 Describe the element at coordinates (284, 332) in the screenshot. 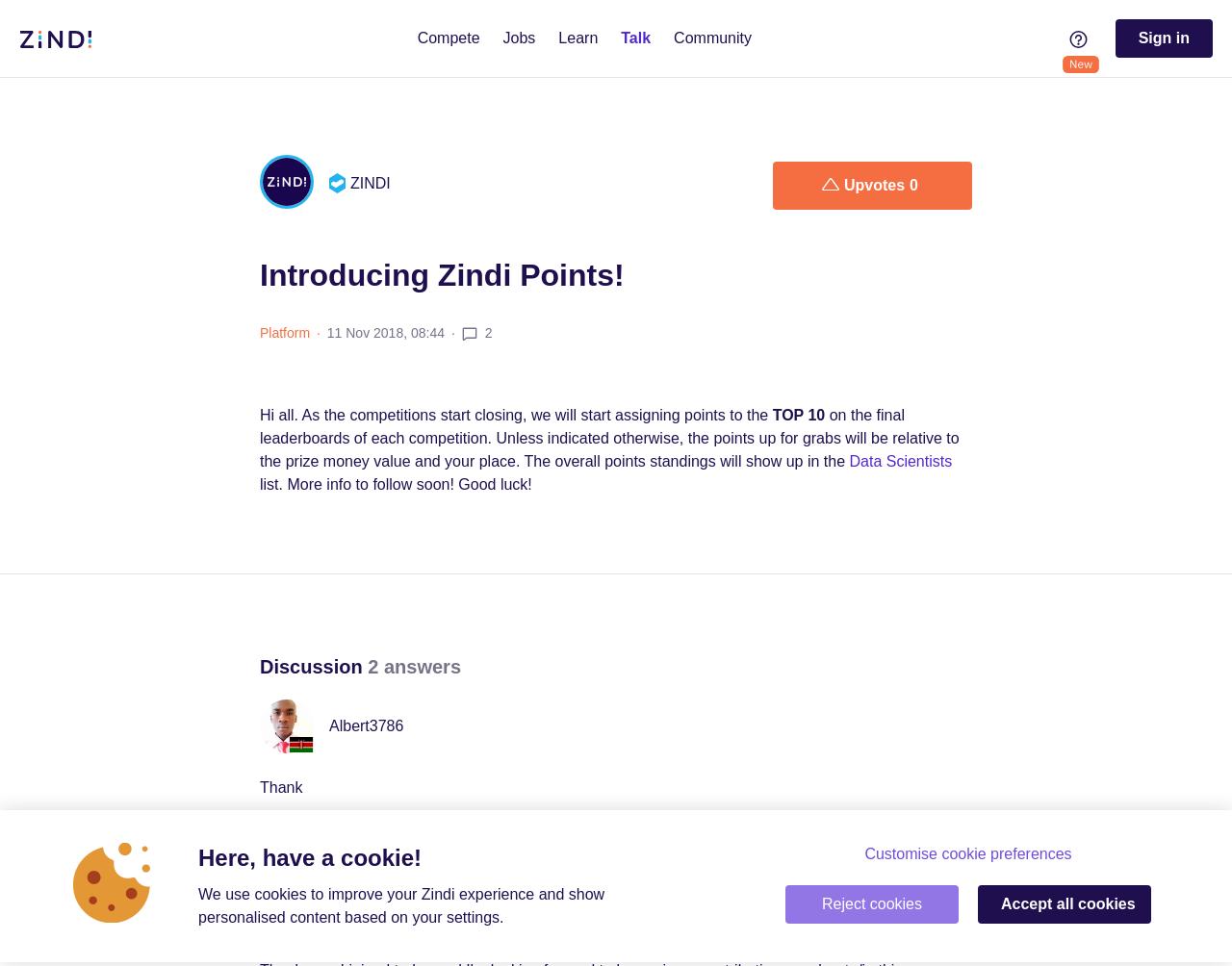

I see `'Platform'` at that location.